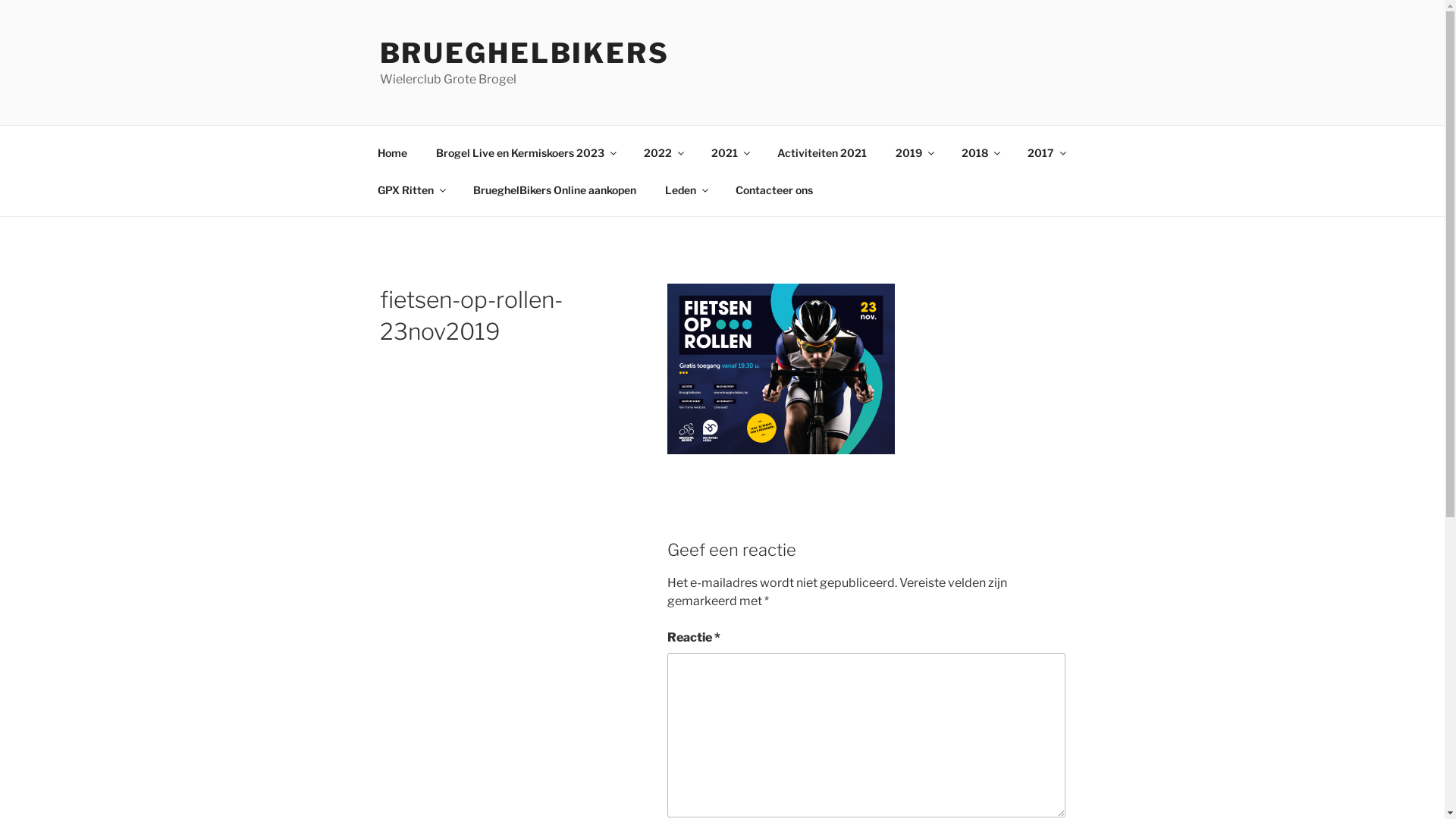 The image size is (1456, 819). What do you see at coordinates (979, 152) in the screenshot?
I see `'2018'` at bounding box center [979, 152].